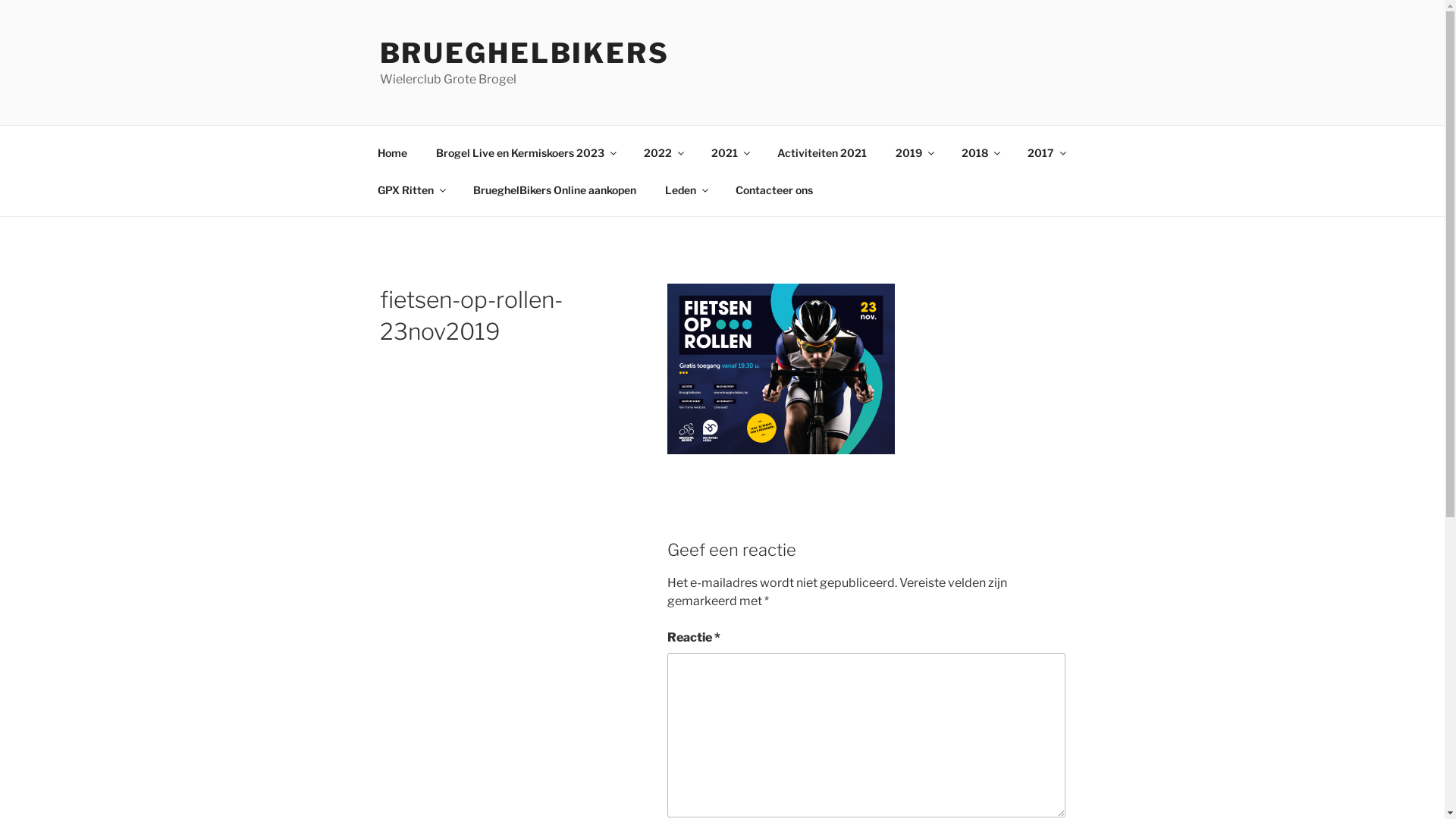 The image size is (1456, 819). What do you see at coordinates (979, 152) in the screenshot?
I see `'2018'` at bounding box center [979, 152].